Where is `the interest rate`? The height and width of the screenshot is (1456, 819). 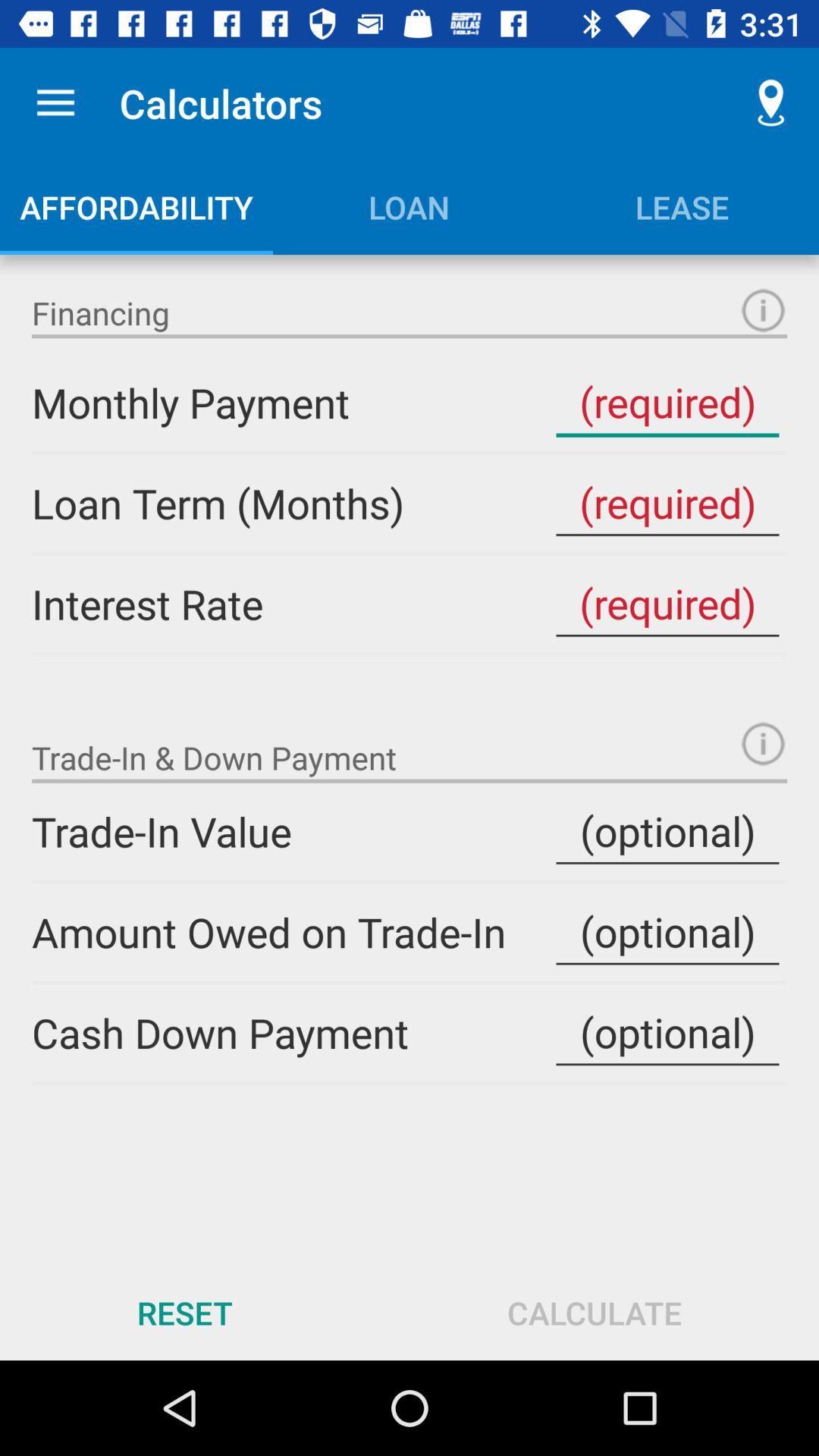 the interest rate is located at coordinates (667, 603).